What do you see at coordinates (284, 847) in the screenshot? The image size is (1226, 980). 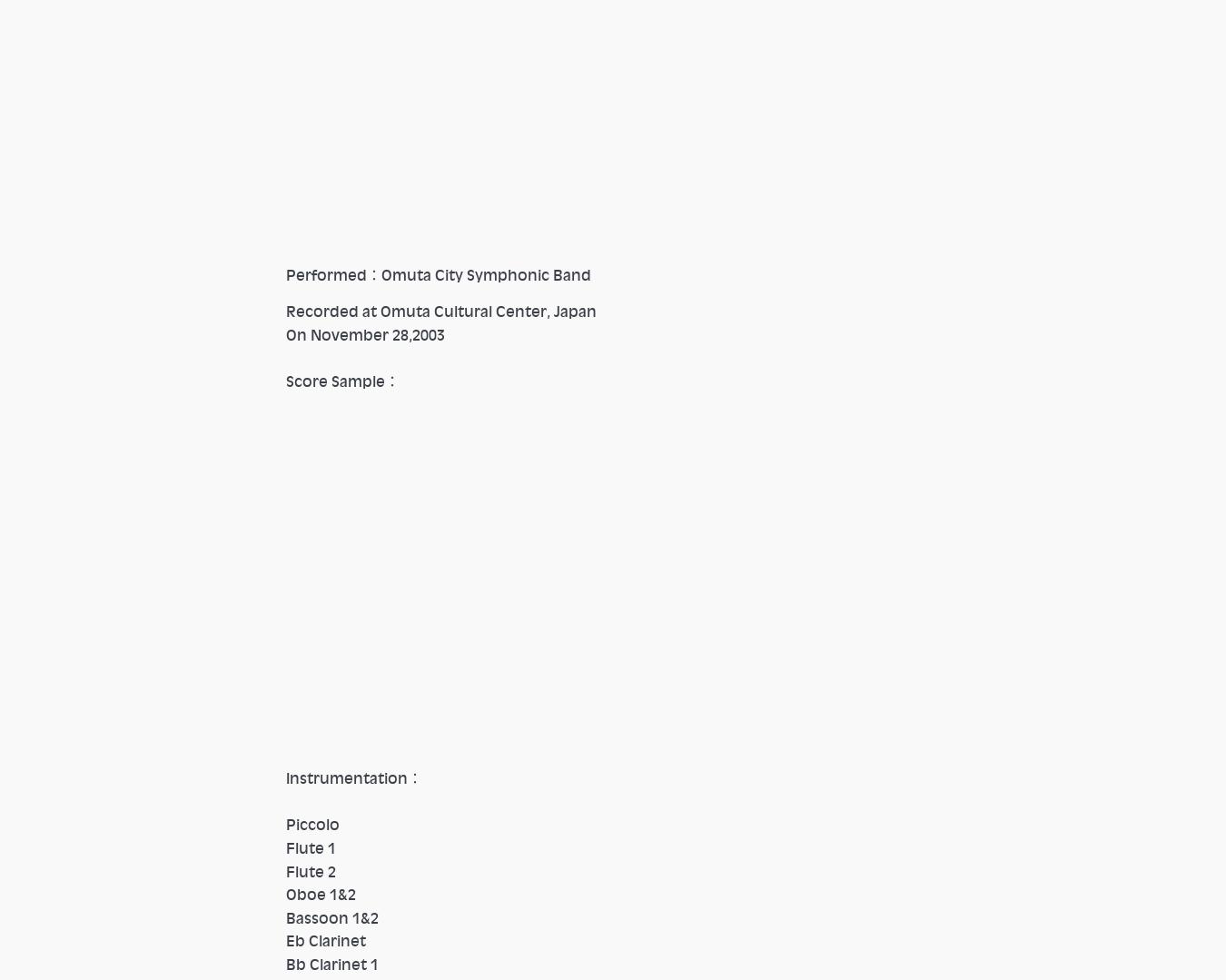 I see `'Flute 1'` at bounding box center [284, 847].